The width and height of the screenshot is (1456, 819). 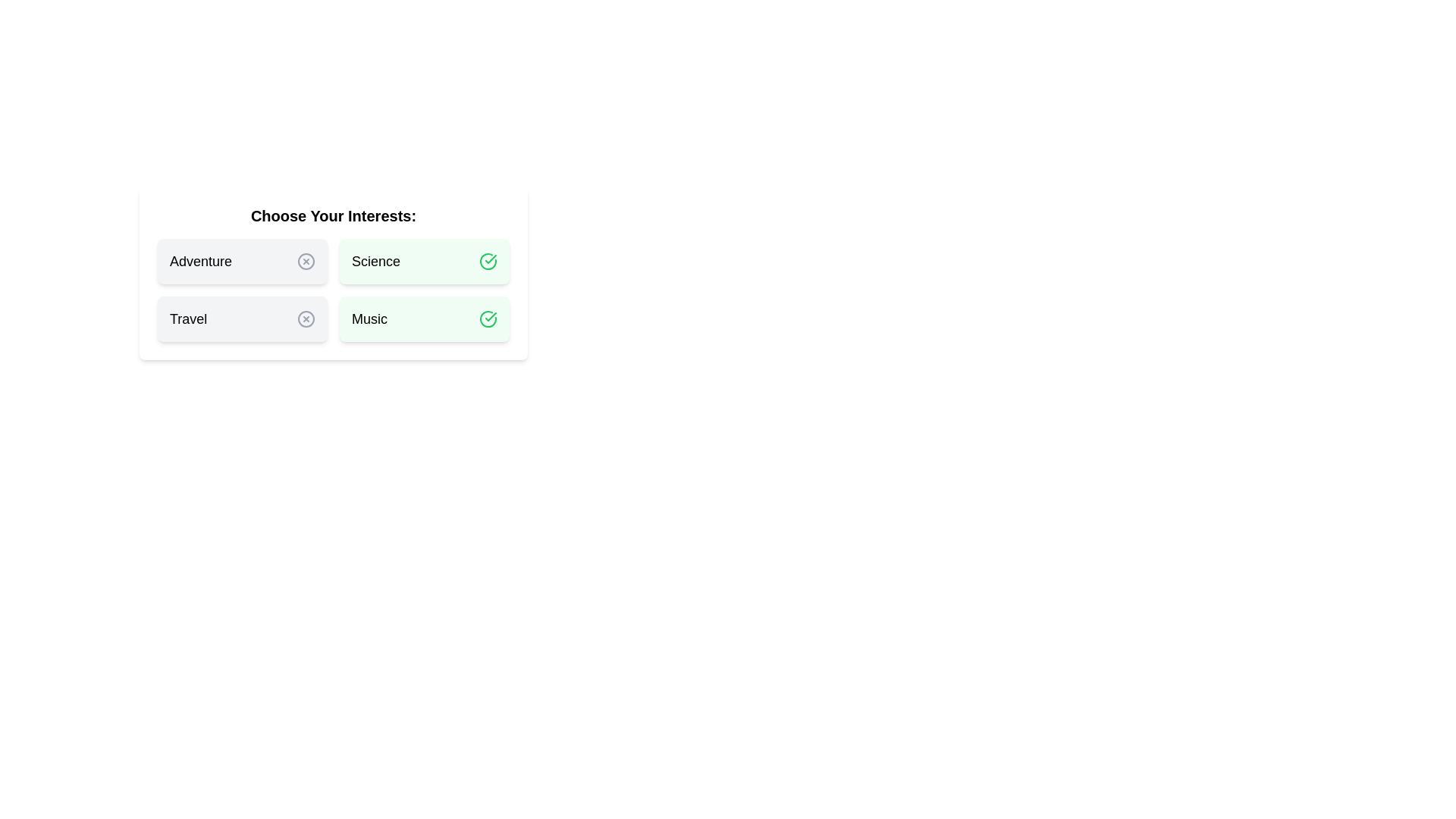 What do you see at coordinates (243, 260) in the screenshot?
I see `the chip labeled Adventure` at bounding box center [243, 260].